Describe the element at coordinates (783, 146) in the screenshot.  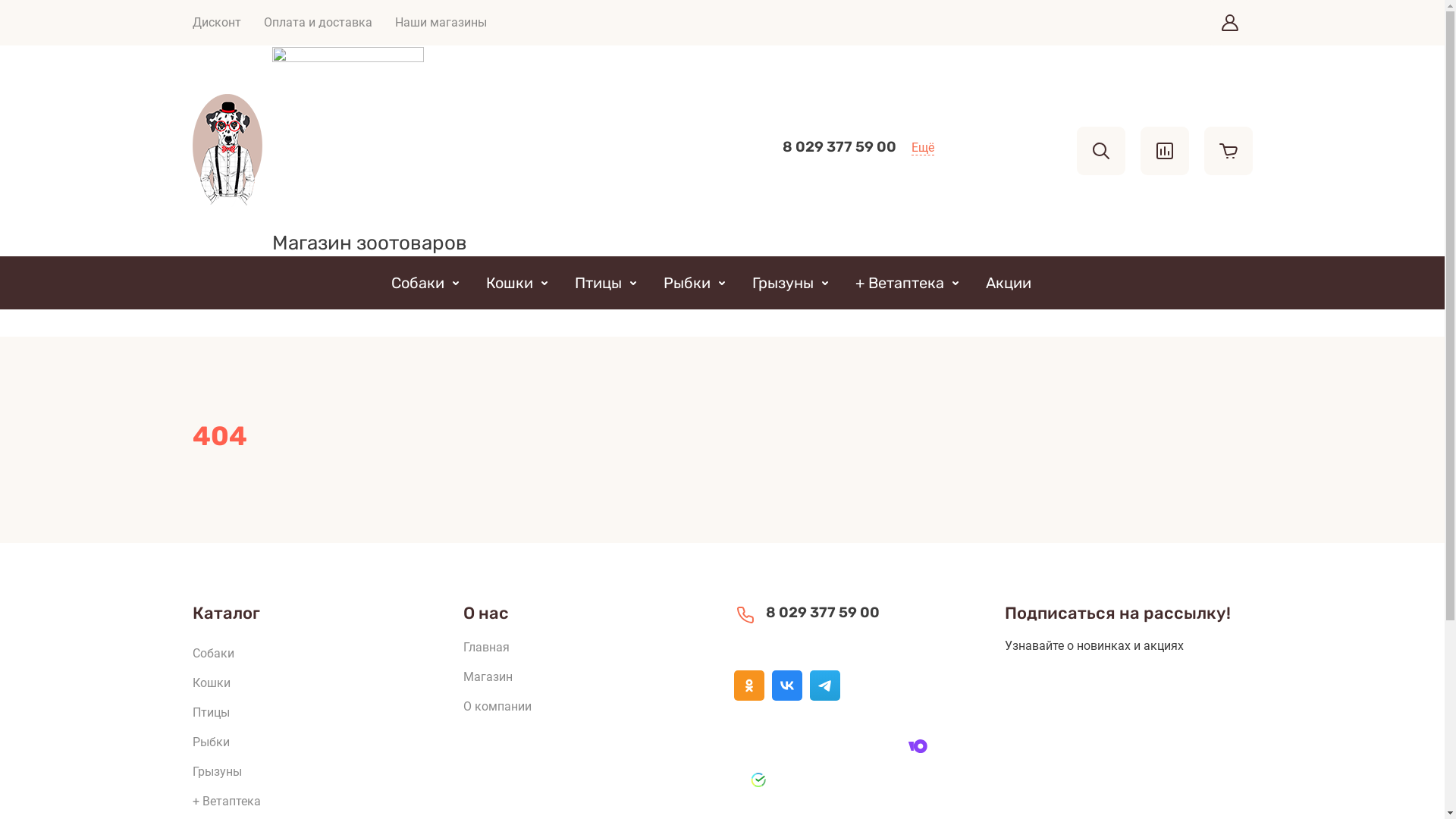
I see `'8 029 377 59 00'` at that location.